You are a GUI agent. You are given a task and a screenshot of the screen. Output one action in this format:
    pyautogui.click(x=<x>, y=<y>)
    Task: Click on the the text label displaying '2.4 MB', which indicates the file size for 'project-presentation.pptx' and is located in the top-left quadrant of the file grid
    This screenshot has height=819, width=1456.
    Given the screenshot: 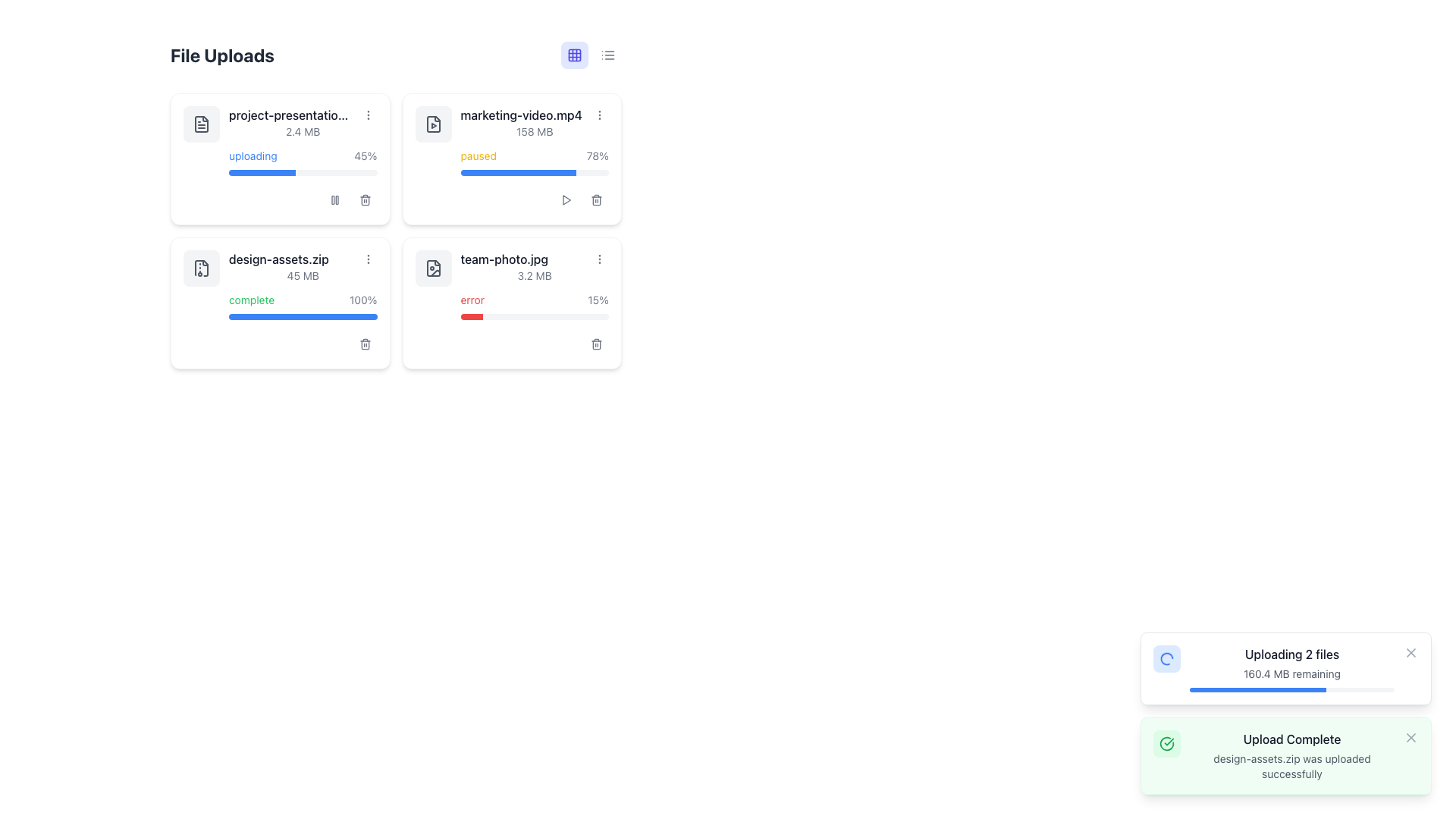 What is the action you would take?
    pyautogui.click(x=303, y=130)
    